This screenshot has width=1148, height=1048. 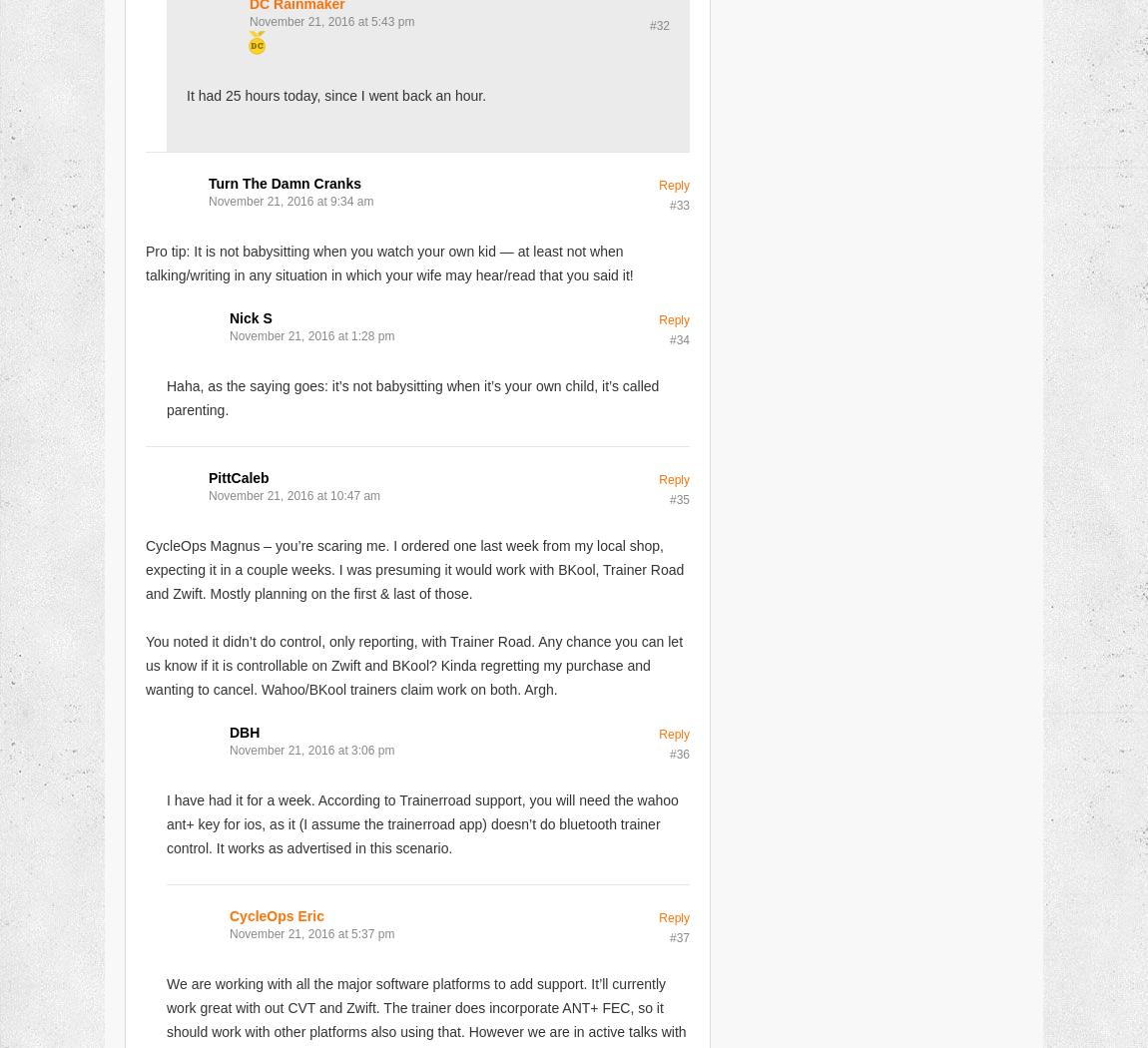 What do you see at coordinates (678, 203) in the screenshot?
I see `'#33'` at bounding box center [678, 203].